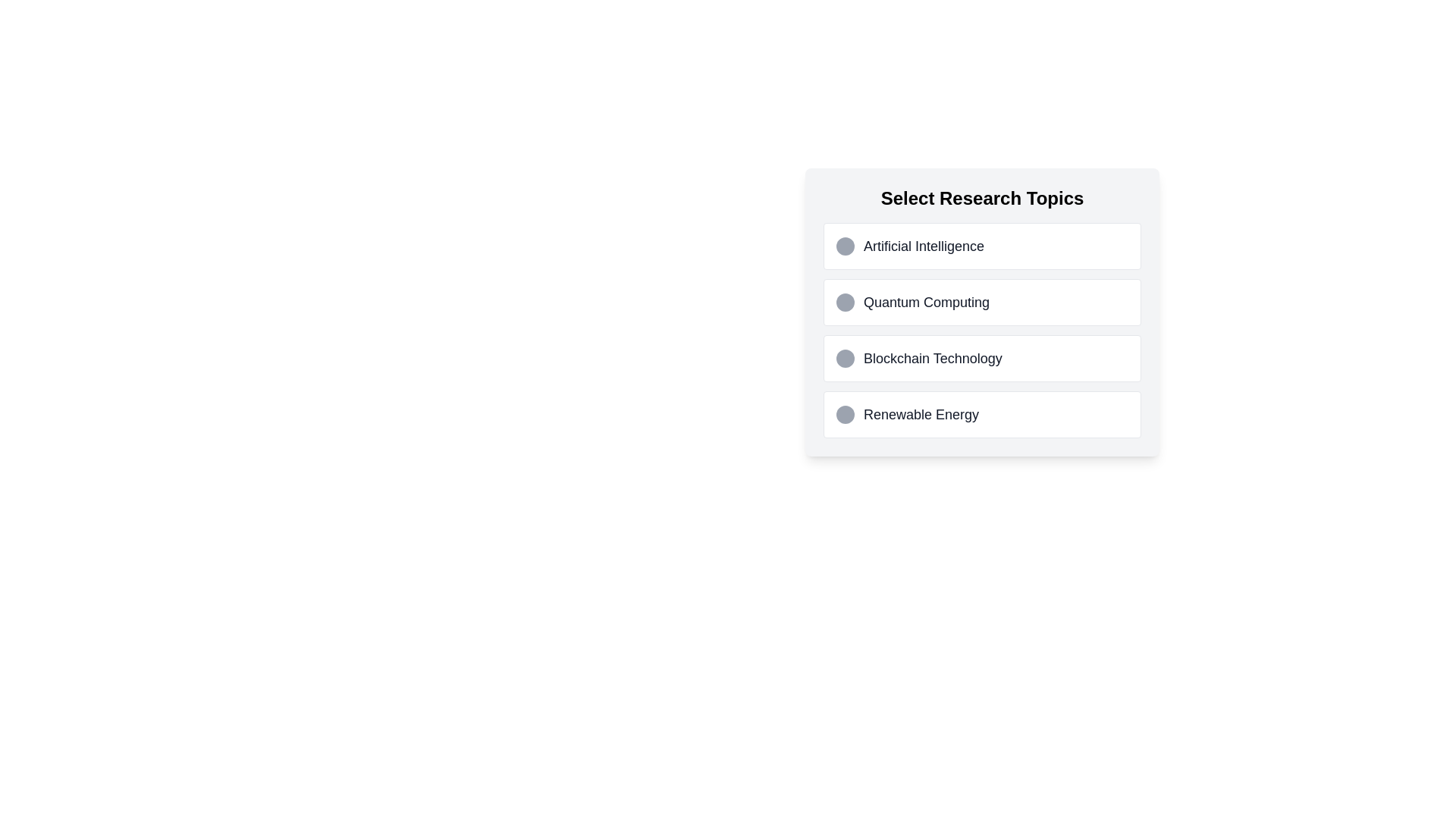  Describe the element at coordinates (982, 415) in the screenshot. I see `the selectable option titled 'Renewable Energy'` at that location.